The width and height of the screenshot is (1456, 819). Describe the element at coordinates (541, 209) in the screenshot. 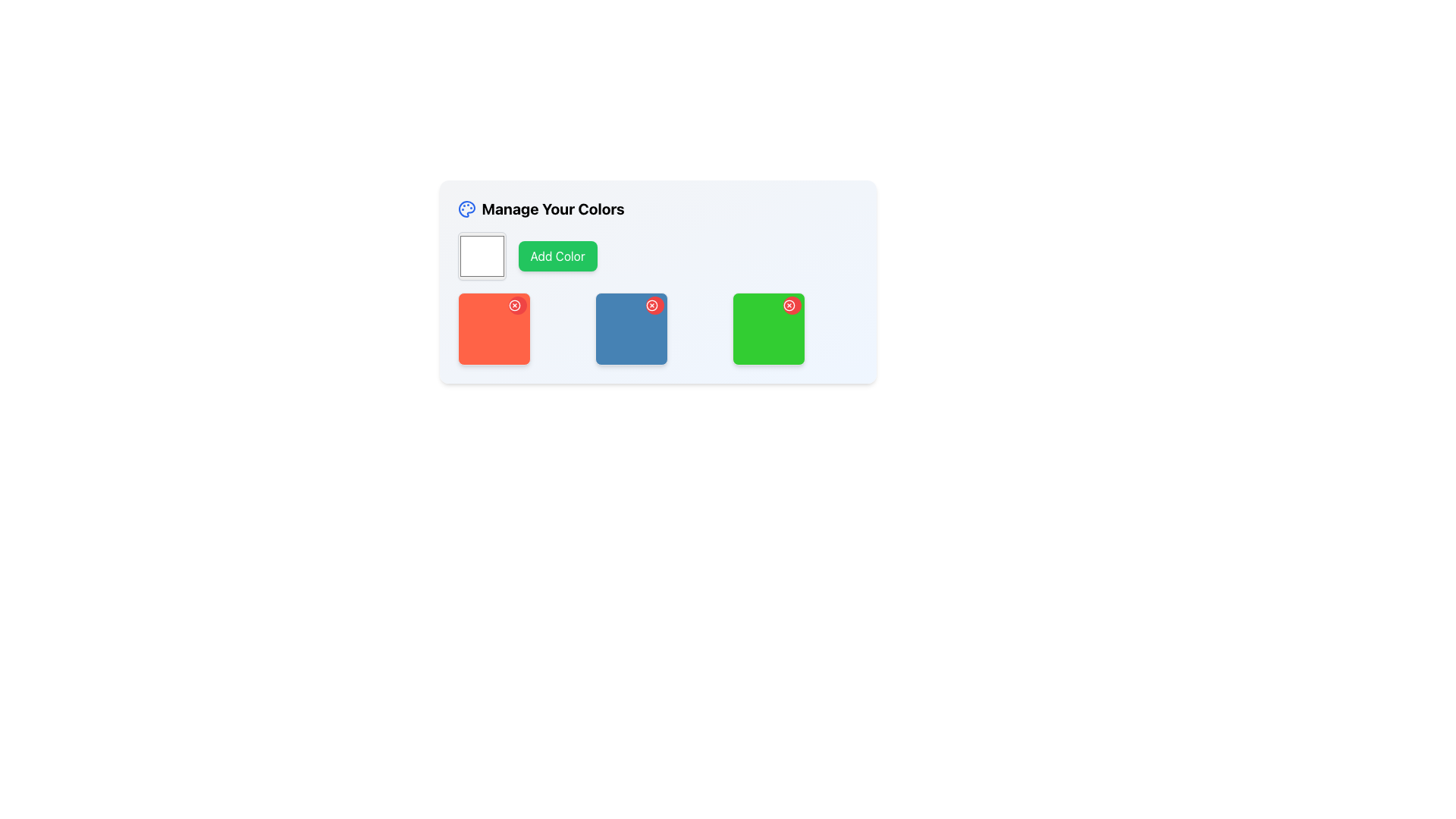

I see `header text that serves as the title for the color options management section, located at the top-left section of the interface, with an accompanying icon on its left` at that location.